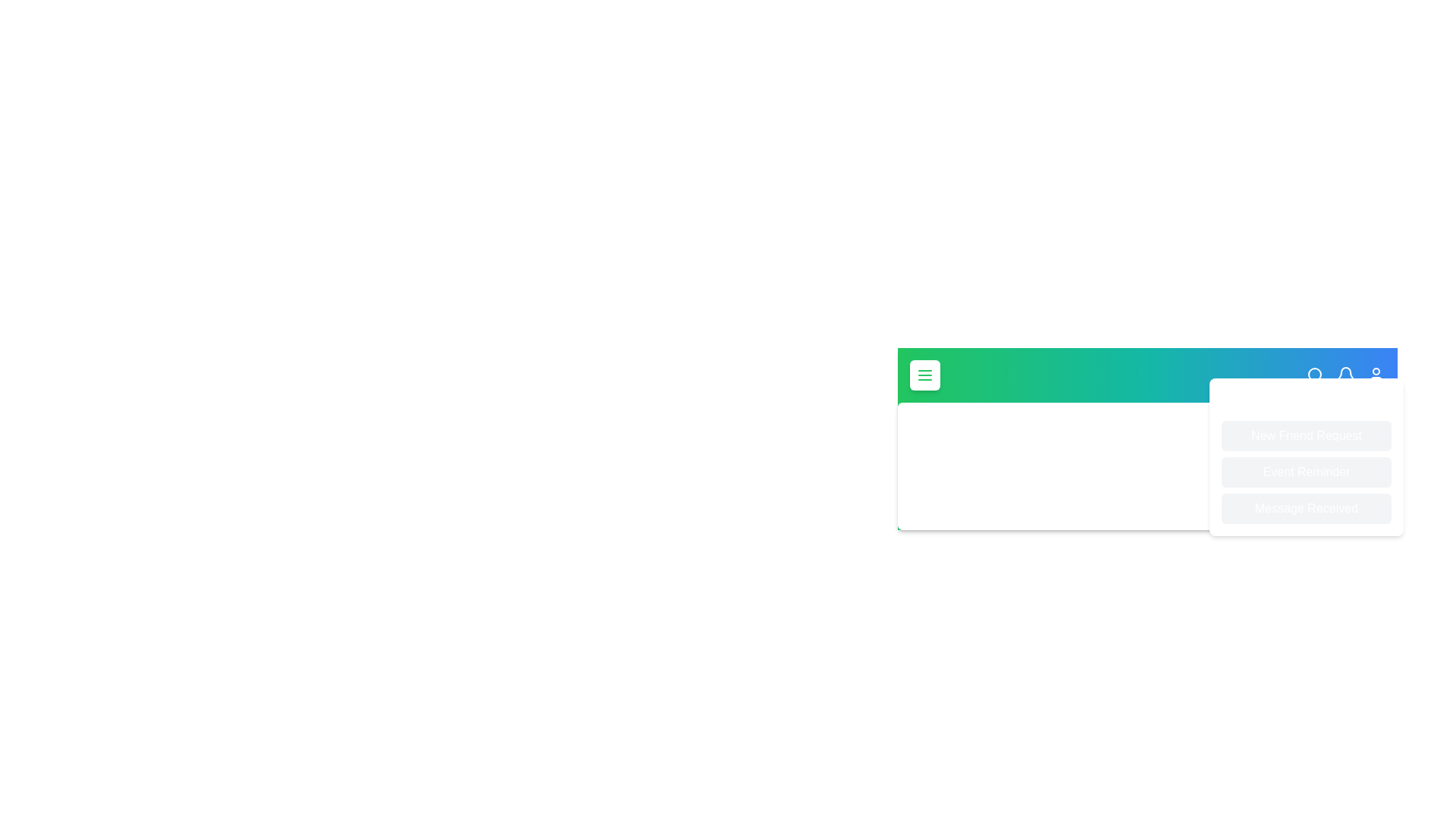 Image resolution: width=1456 pixels, height=819 pixels. Describe the element at coordinates (1314, 375) in the screenshot. I see `the search icon to initiate a search action` at that location.